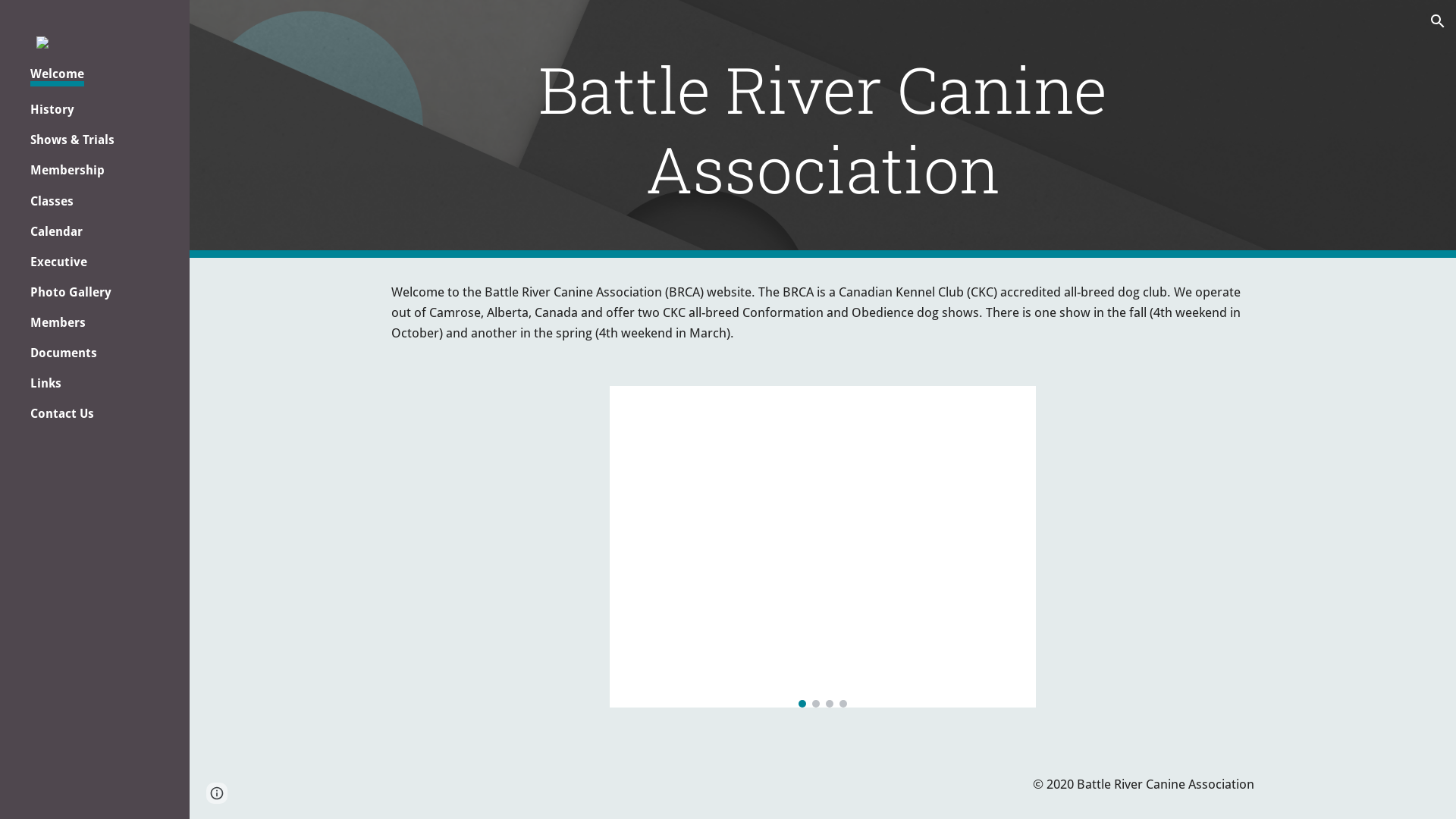 This screenshot has height=819, width=1456. I want to click on 'Welcome', so click(57, 76).